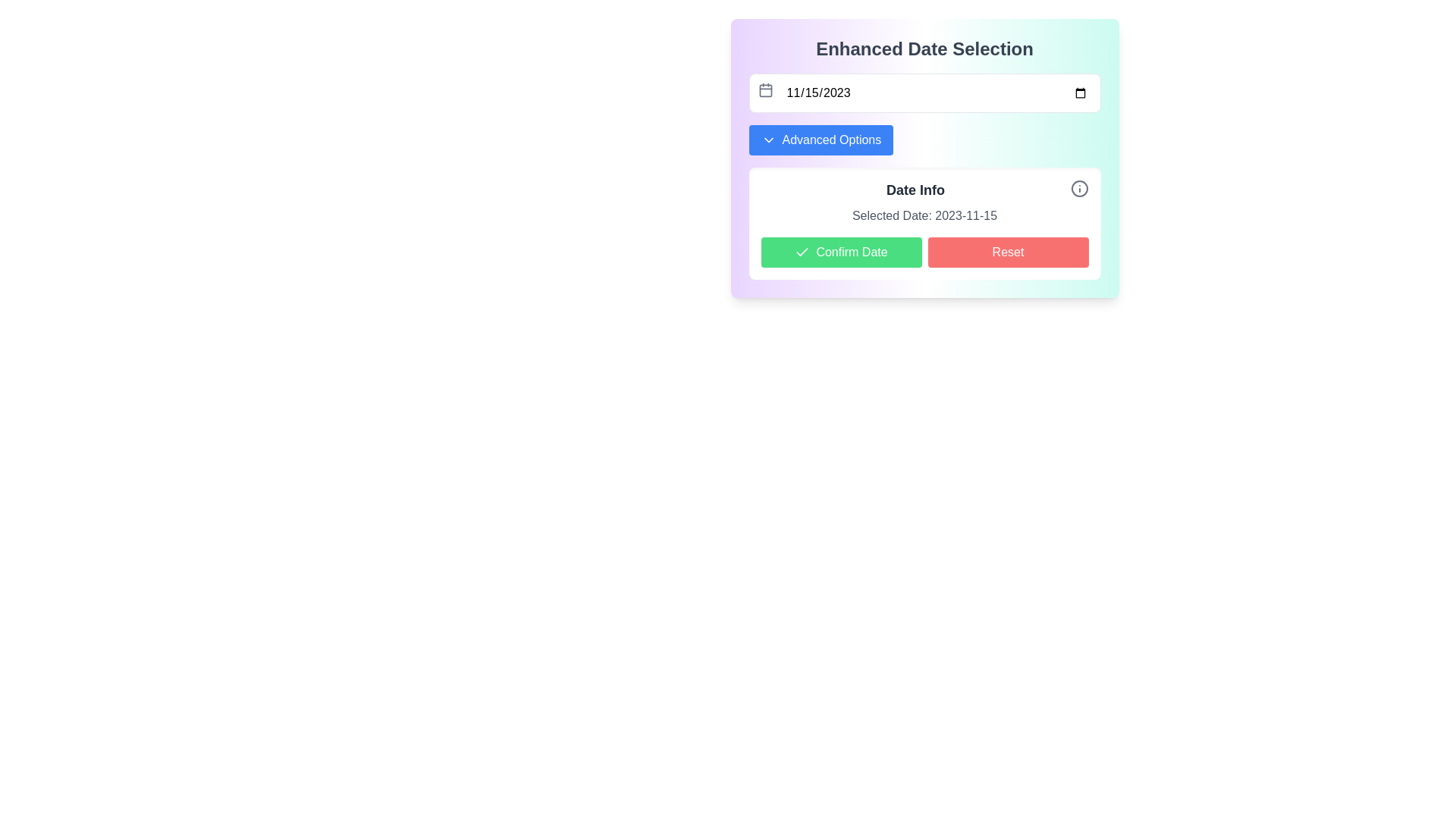 Image resolution: width=1456 pixels, height=819 pixels. Describe the element at coordinates (802, 251) in the screenshot. I see `the checkmark icon located to the left of the 'Confirm Date' button, which serves as a confirmation indicator` at that location.